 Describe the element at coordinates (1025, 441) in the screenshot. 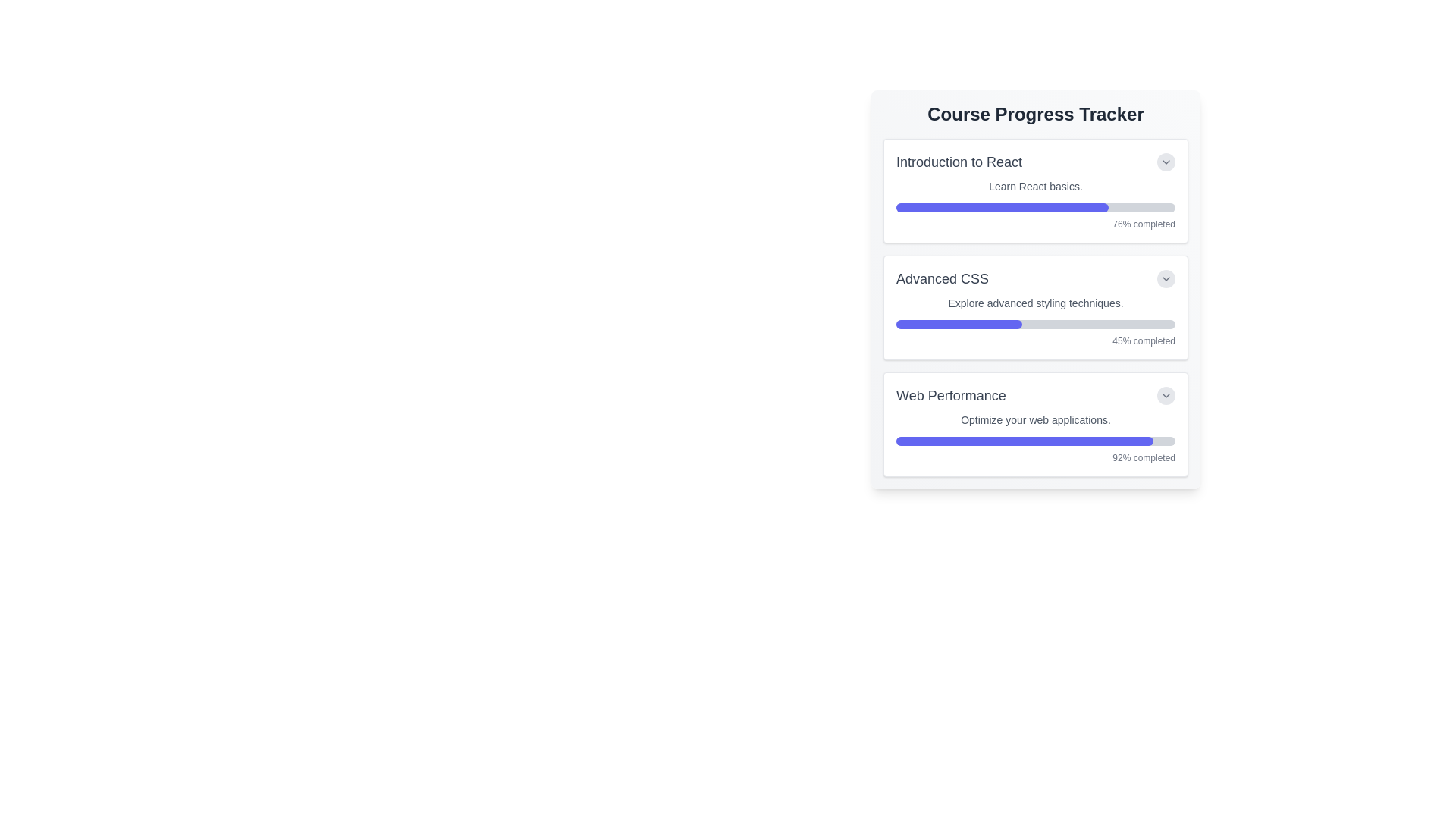

I see `the inner filled portion of the gray progress bar representing the completion percentage of the 'Web Performance' course, located at the bottom of the card` at that location.